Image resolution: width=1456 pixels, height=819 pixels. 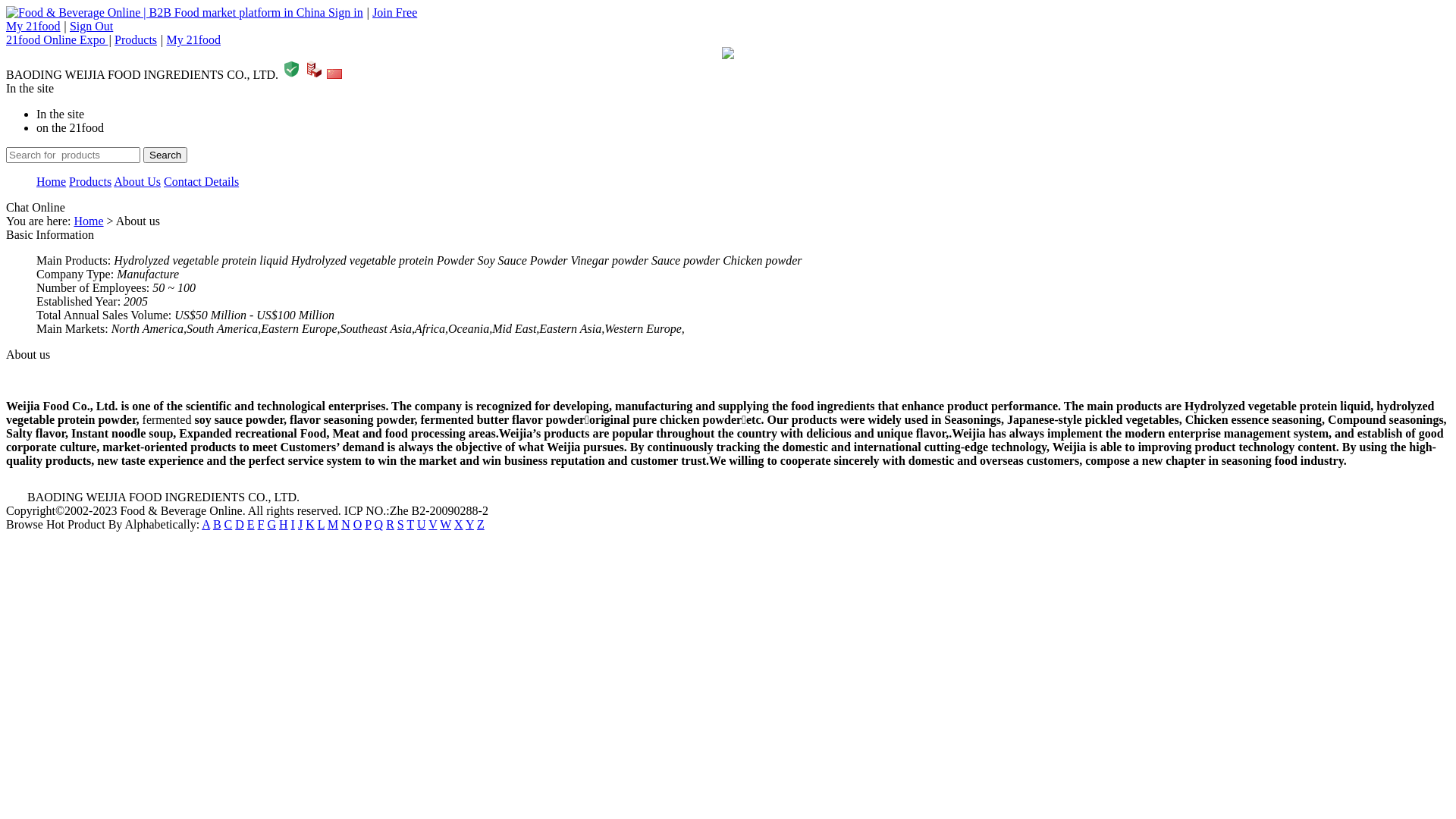 I want to click on 'F', so click(x=261, y=523).